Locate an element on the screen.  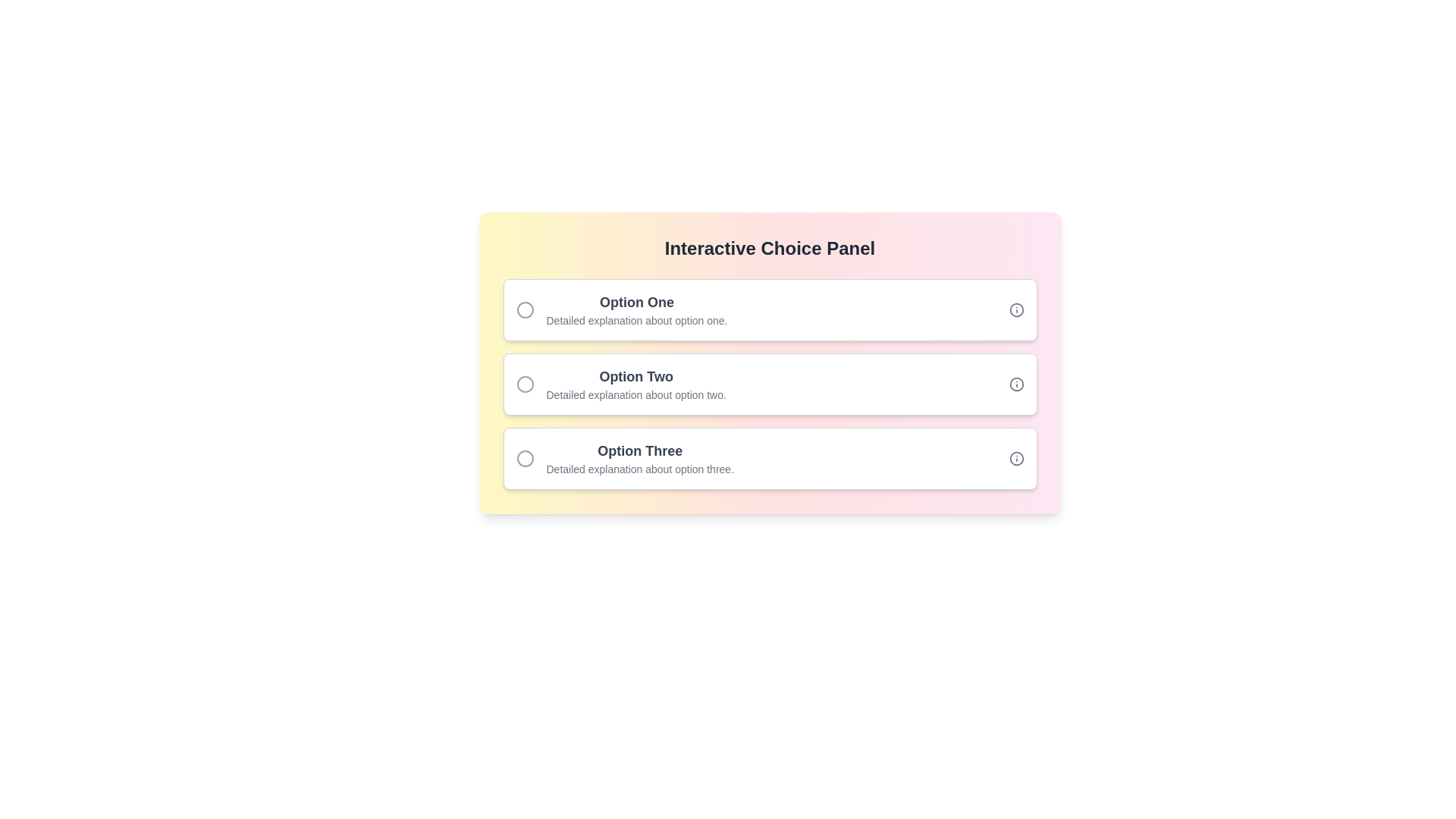
the static text label that serves as the title for the third option in the informational interface, positioned above the explanatory text is located at coordinates (640, 450).